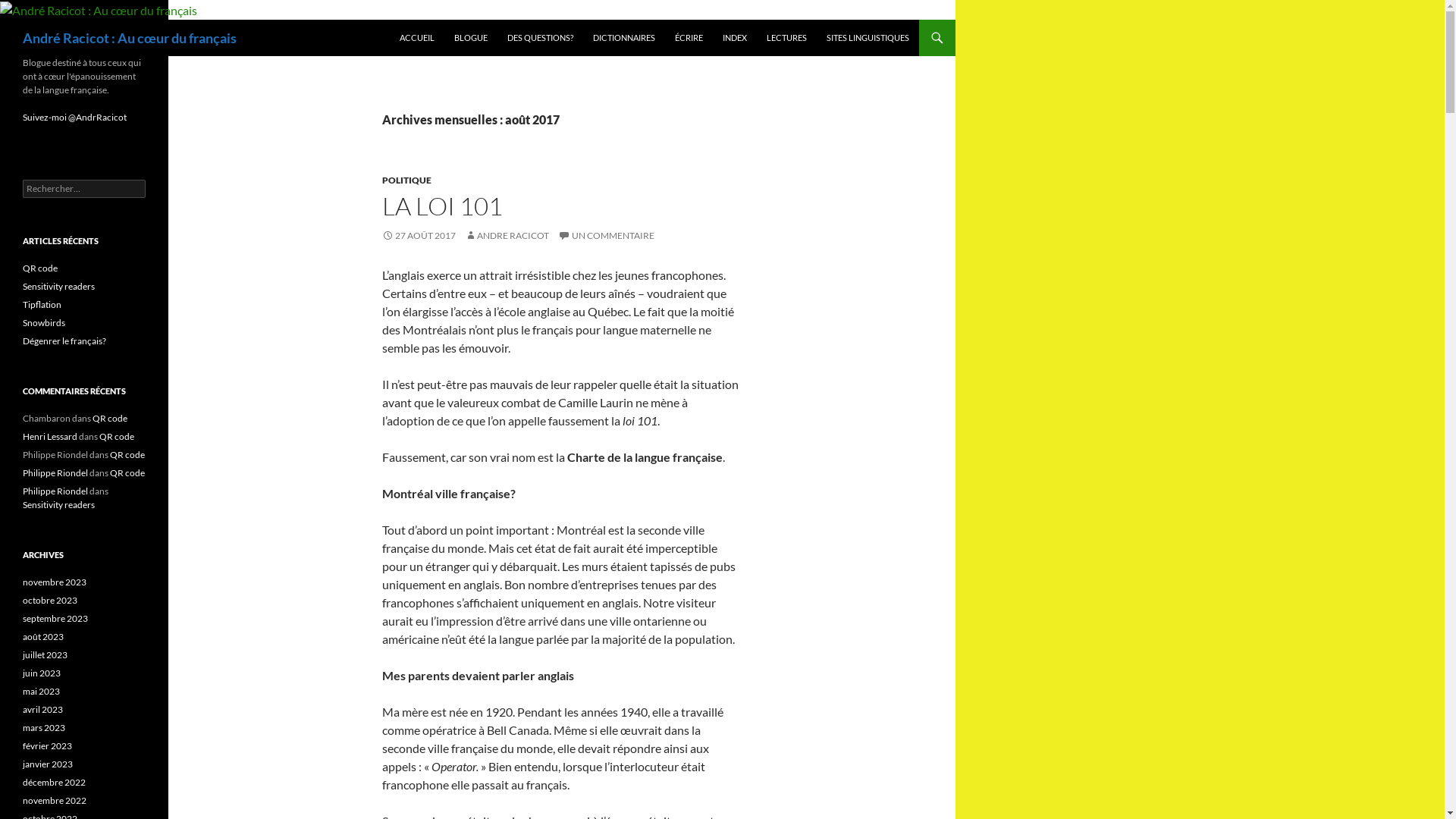 The width and height of the screenshot is (1456, 819). Describe the element at coordinates (55, 799) in the screenshot. I see `'novembre 2022'` at that location.